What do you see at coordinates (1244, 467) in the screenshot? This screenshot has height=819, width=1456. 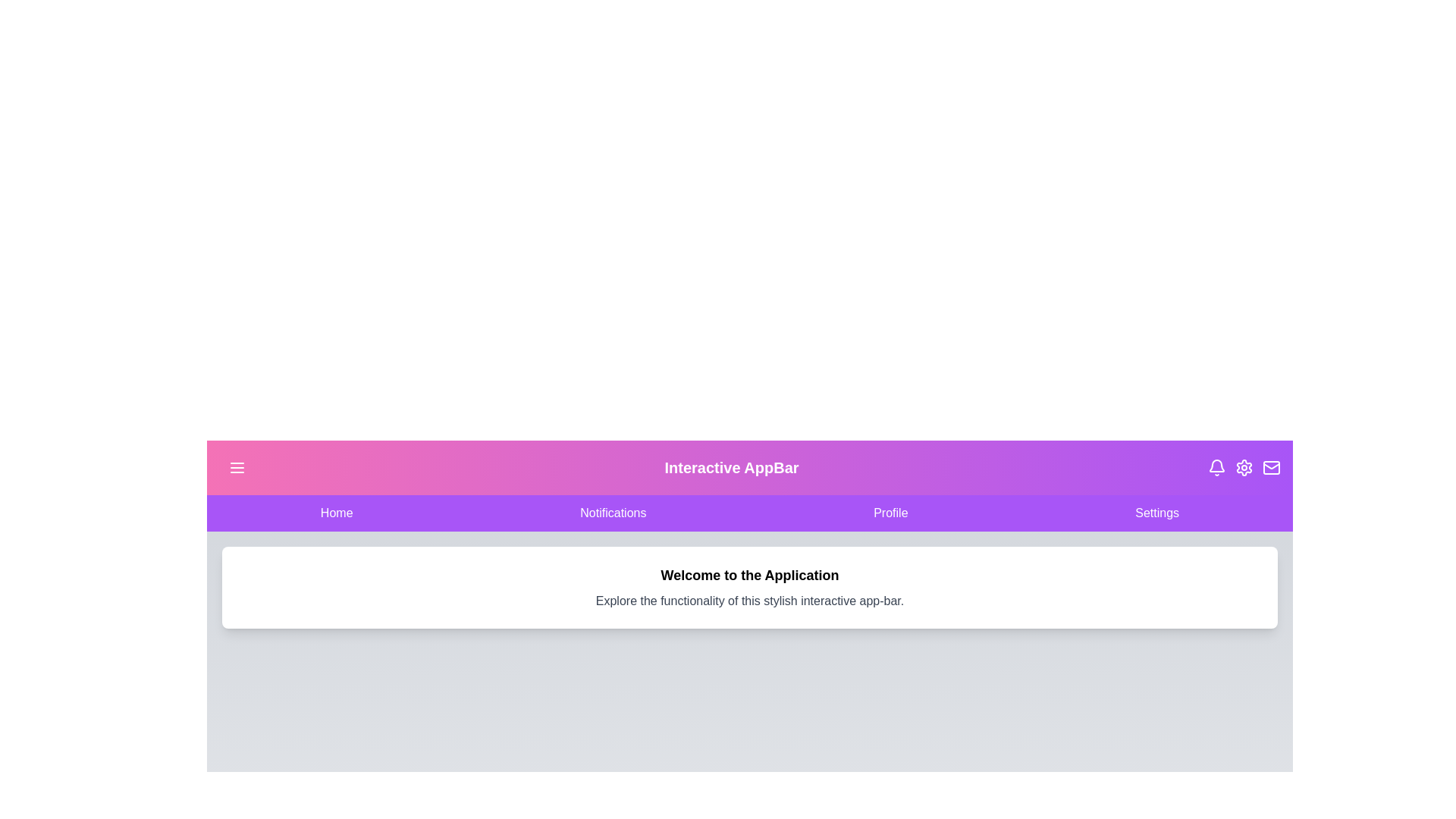 I see `the Settings icon to access settings` at bounding box center [1244, 467].